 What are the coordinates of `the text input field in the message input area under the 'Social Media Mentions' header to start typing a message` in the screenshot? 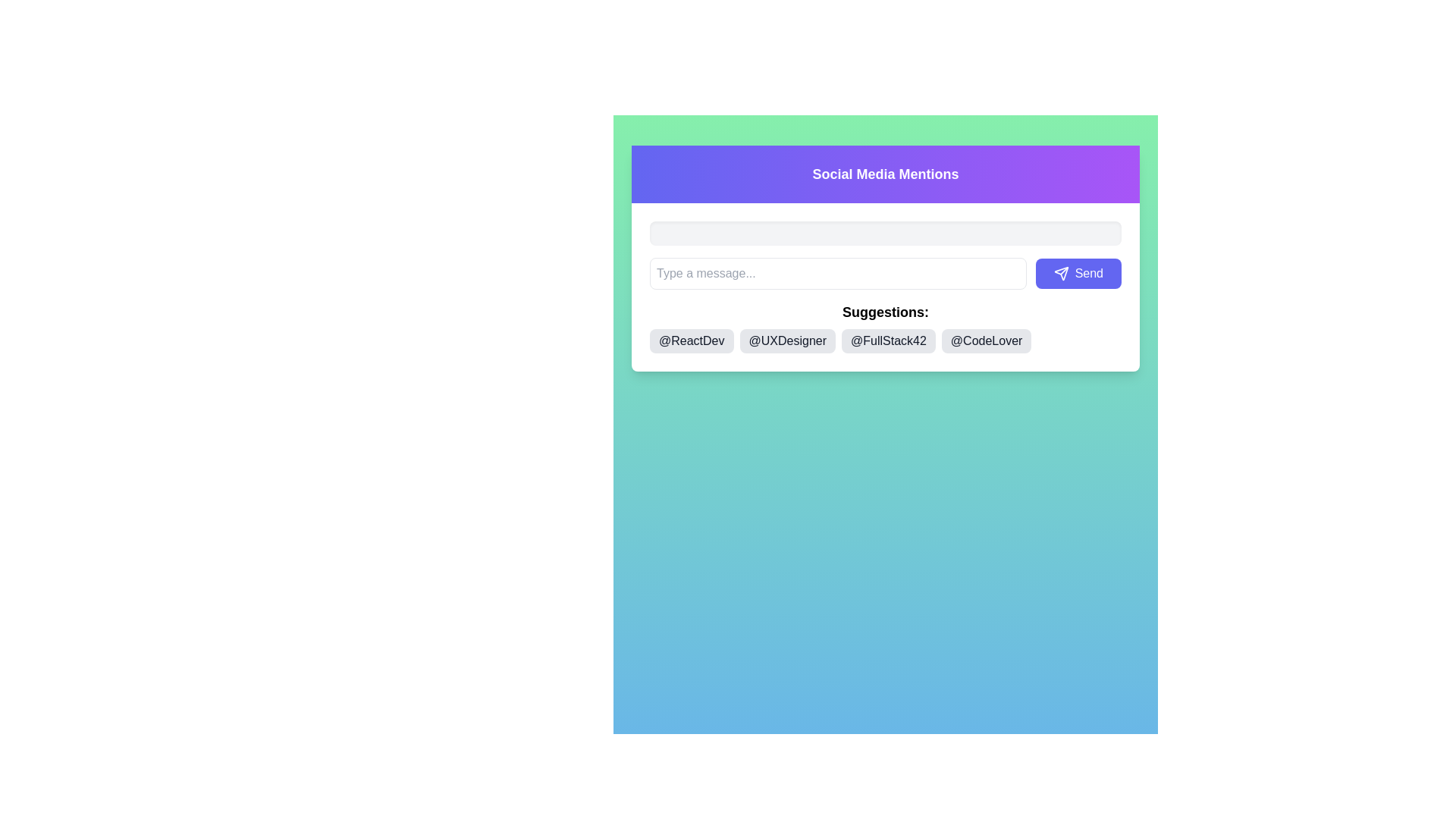 It's located at (885, 274).